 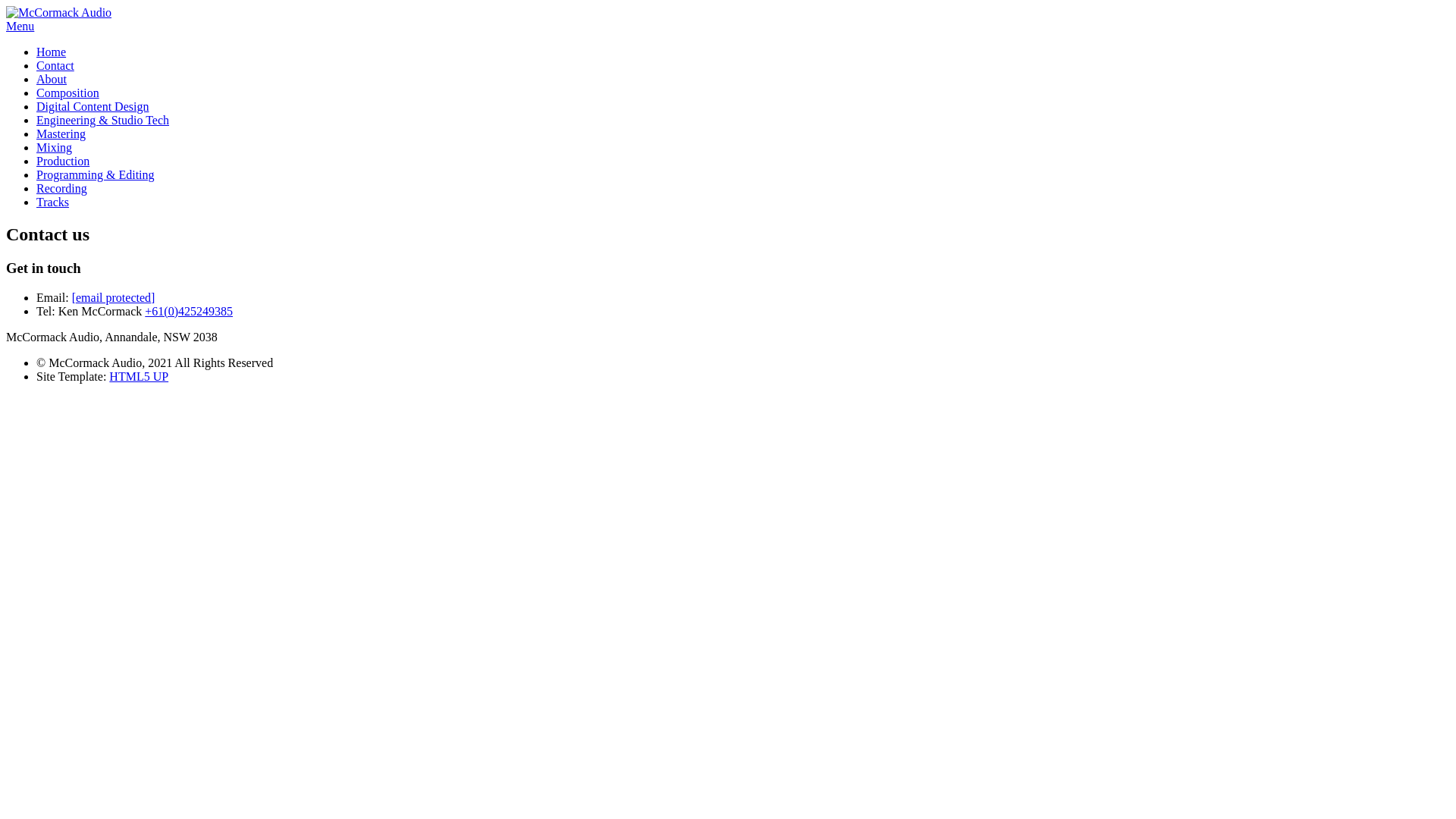 I want to click on 'HTML5 UP', so click(x=108, y=375).